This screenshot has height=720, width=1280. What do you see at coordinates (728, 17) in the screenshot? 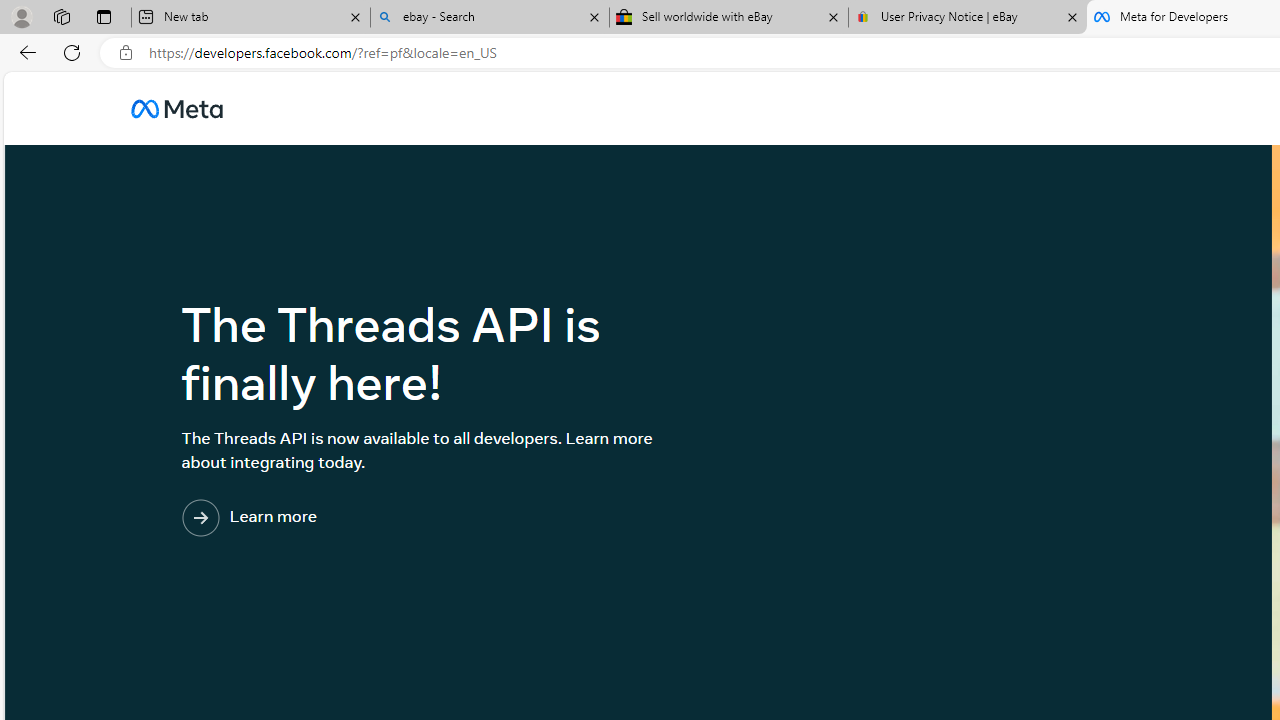
I see `'Sell worldwide with eBay'` at bounding box center [728, 17].